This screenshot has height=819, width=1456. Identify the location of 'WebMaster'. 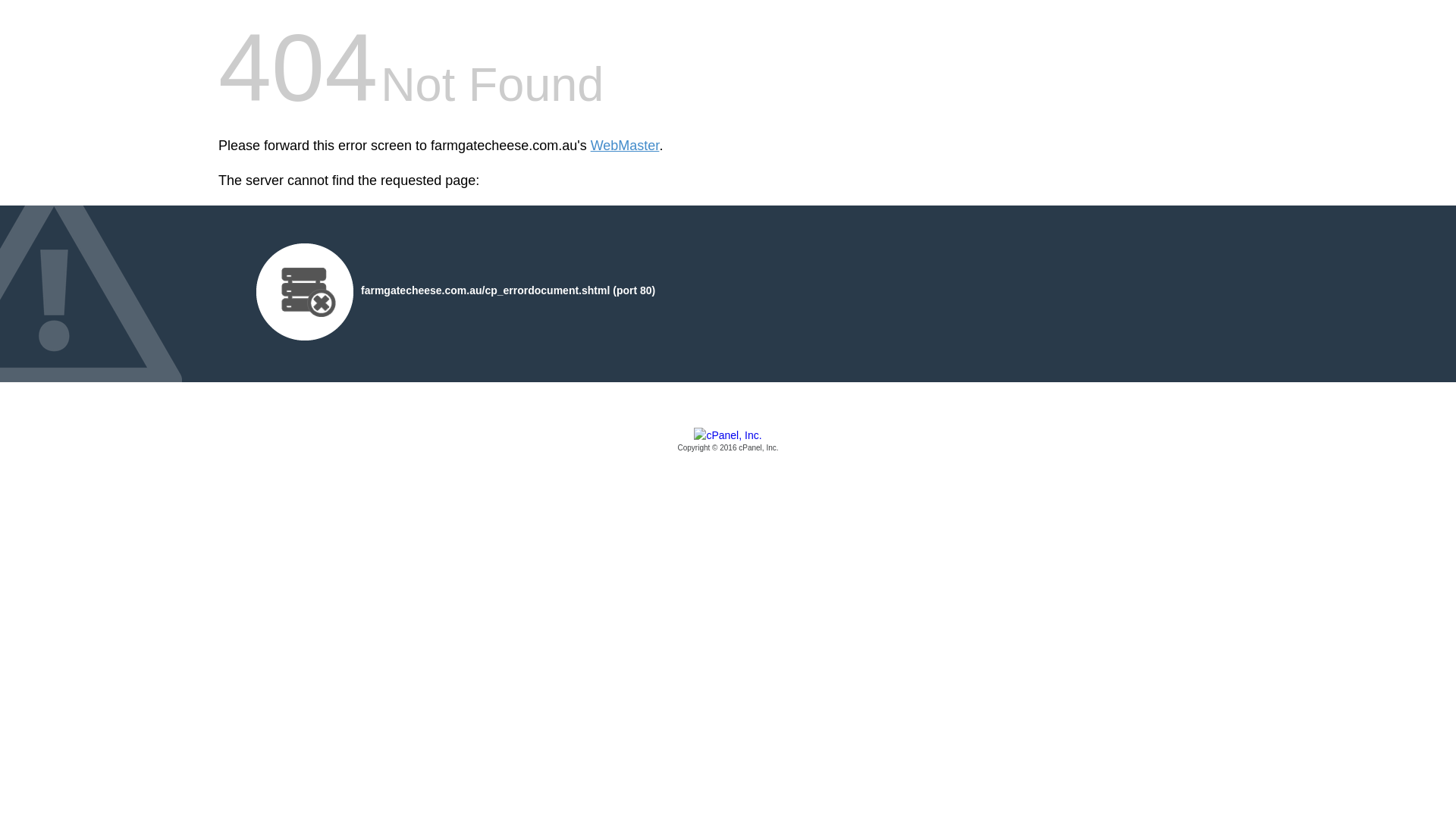
(625, 146).